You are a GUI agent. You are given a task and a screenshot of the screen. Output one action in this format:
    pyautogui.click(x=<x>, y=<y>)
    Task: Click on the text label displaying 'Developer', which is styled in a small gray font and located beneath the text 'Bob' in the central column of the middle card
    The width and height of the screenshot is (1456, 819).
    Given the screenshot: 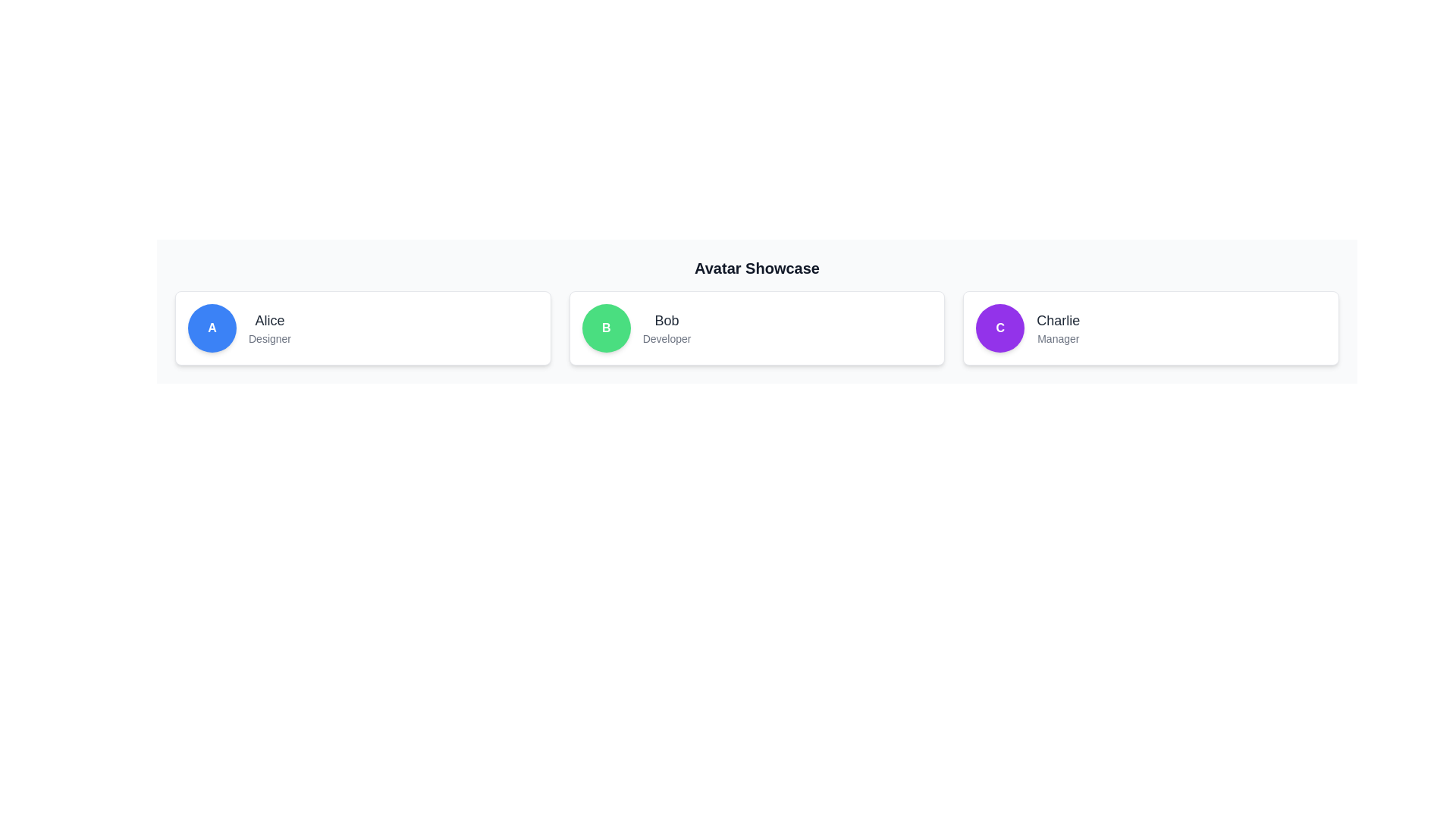 What is the action you would take?
    pyautogui.click(x=667, y=338)
    